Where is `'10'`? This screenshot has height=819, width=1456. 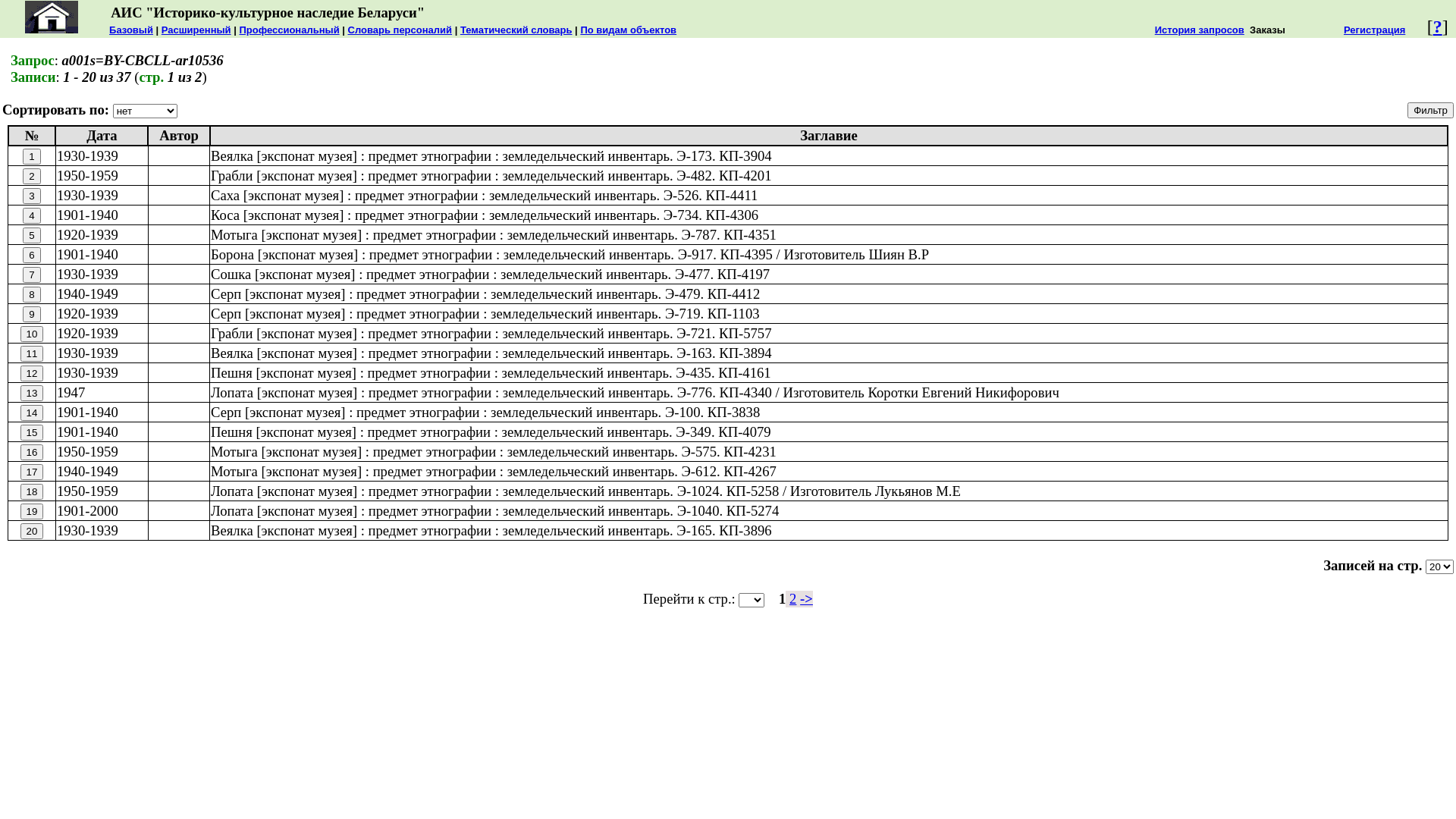 '10' is located at coordinates (32, 333).